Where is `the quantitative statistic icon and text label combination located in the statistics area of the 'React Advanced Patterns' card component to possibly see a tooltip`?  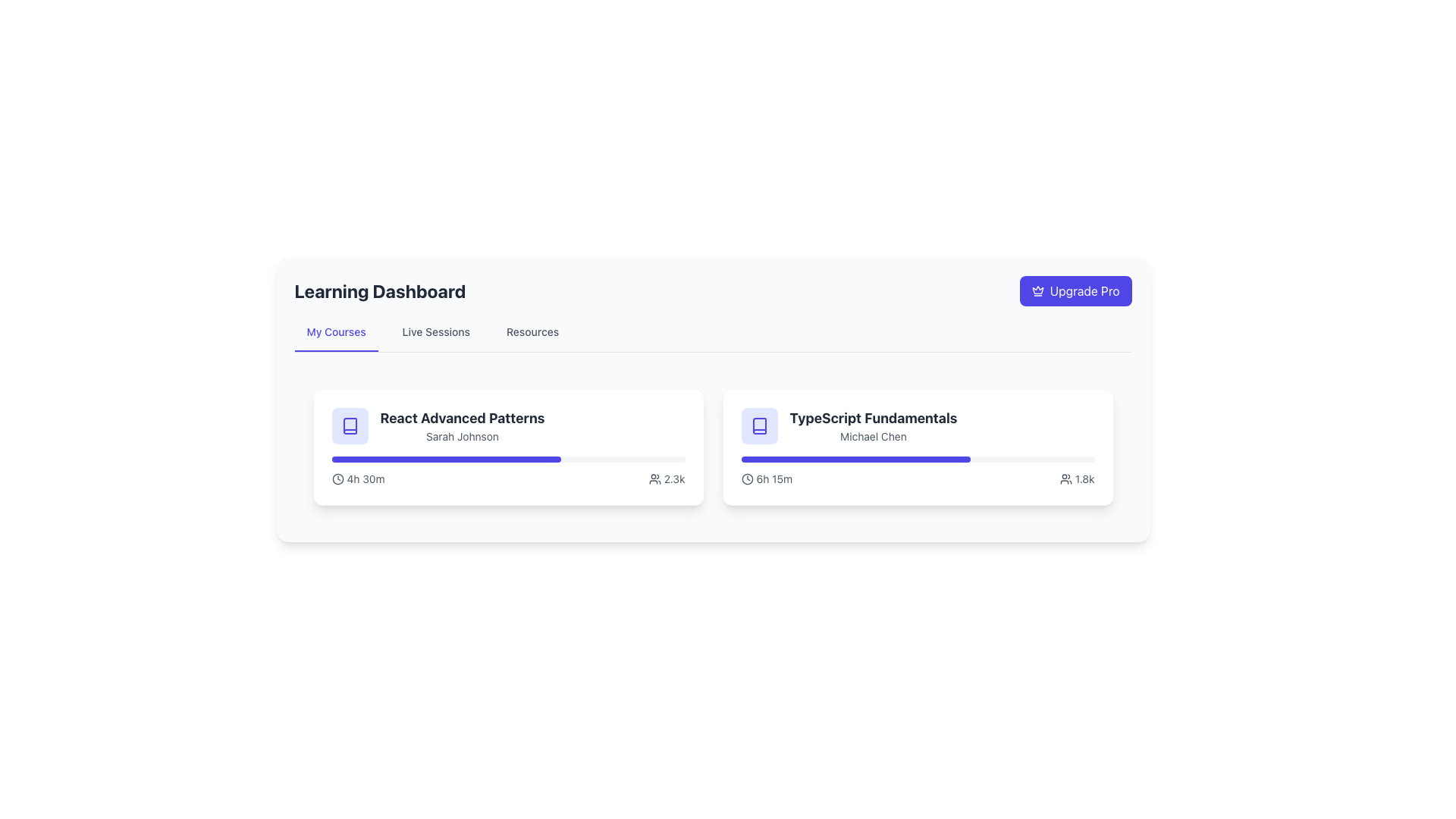 the quantitative statistic icon and text label combination located in the statistics area of the 'React Advanced Patterns' card component to possibly see a tooltip is located at coordinates (667, 479).